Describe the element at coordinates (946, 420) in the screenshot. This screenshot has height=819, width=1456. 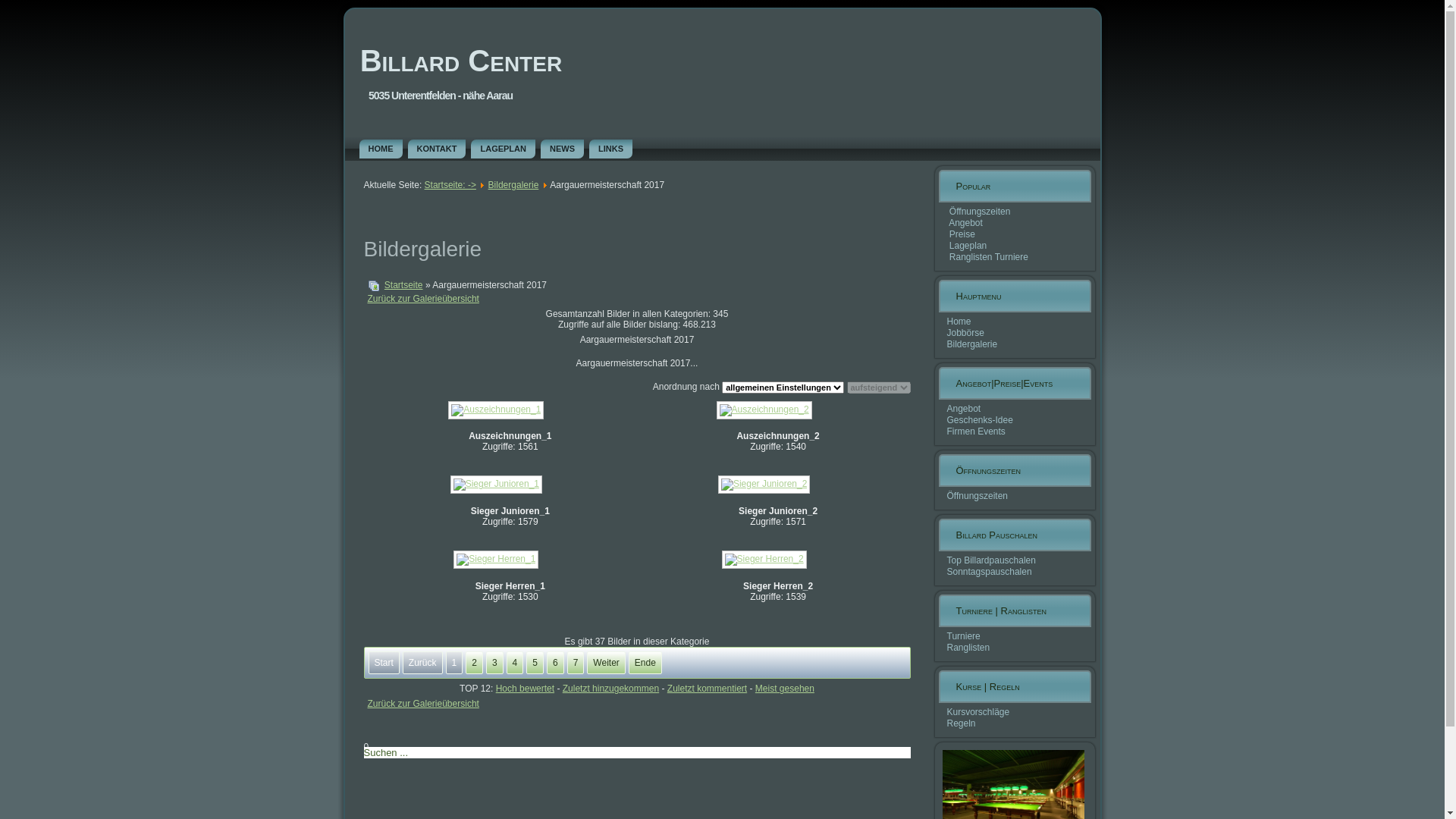
I see `'Geschenks-Idee'` at that location.